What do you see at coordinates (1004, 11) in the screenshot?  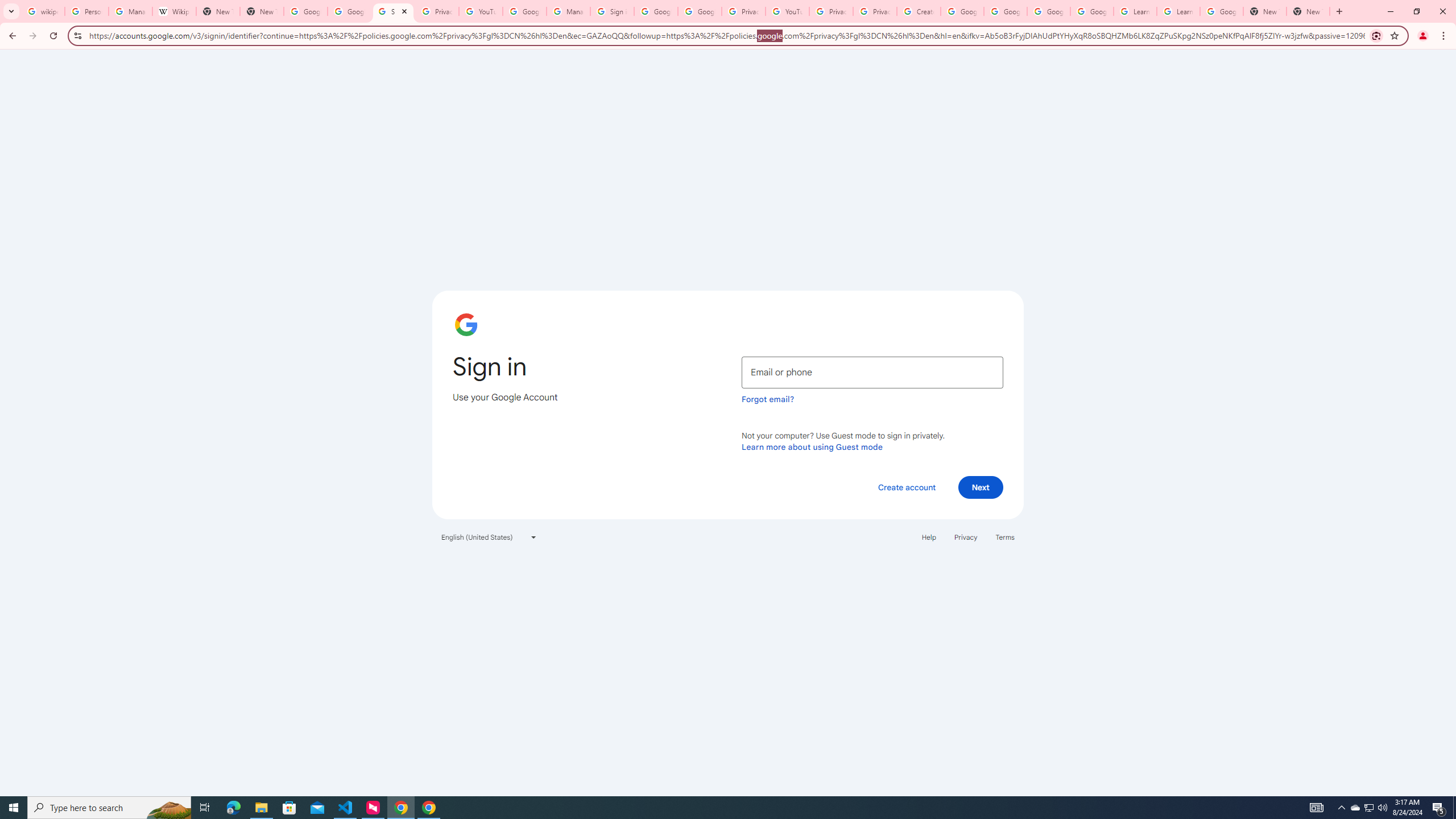 I see `'Google Account Help'` at bounding box center [1004, 11].